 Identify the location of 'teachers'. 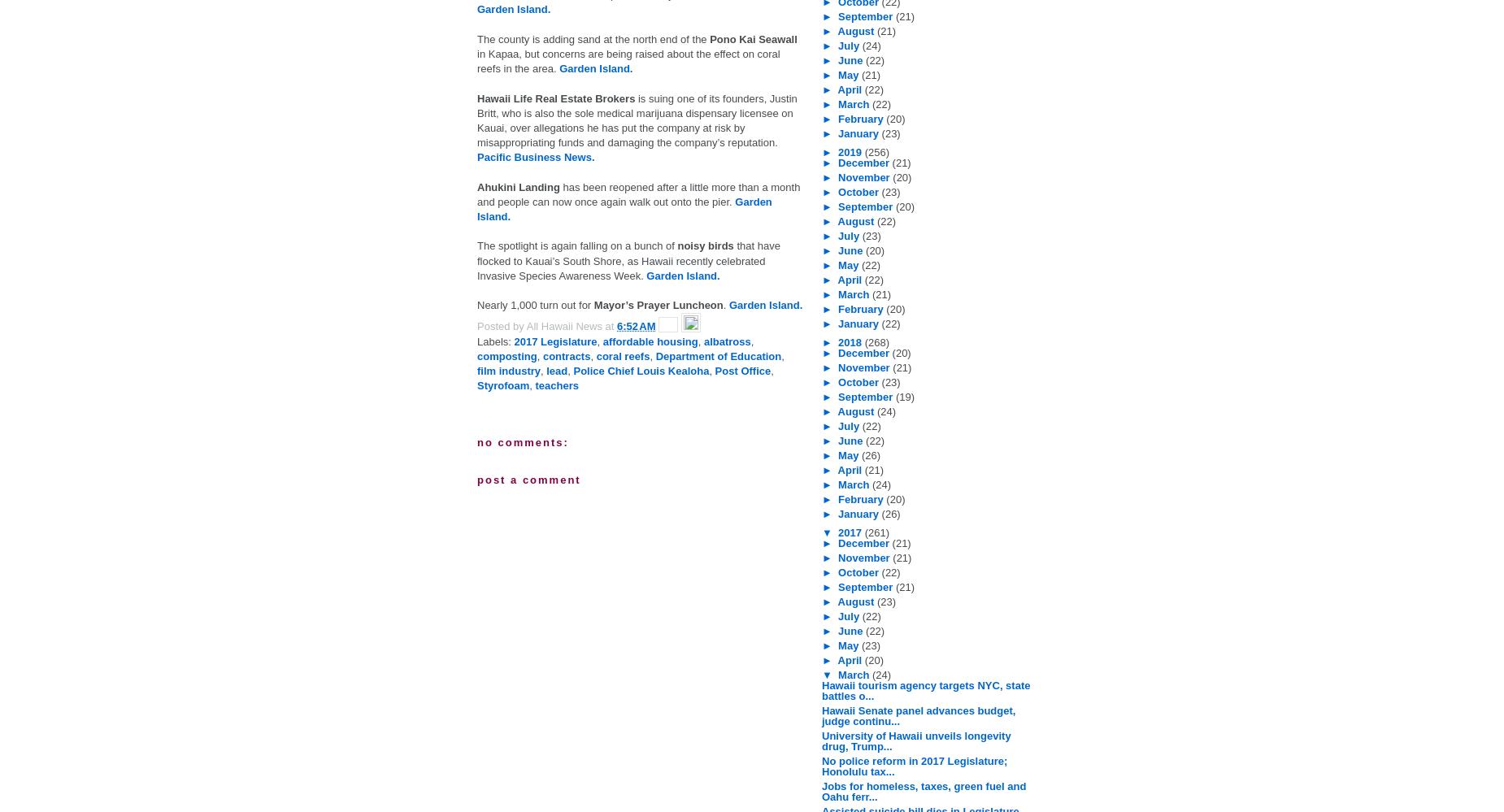
(557, 385).